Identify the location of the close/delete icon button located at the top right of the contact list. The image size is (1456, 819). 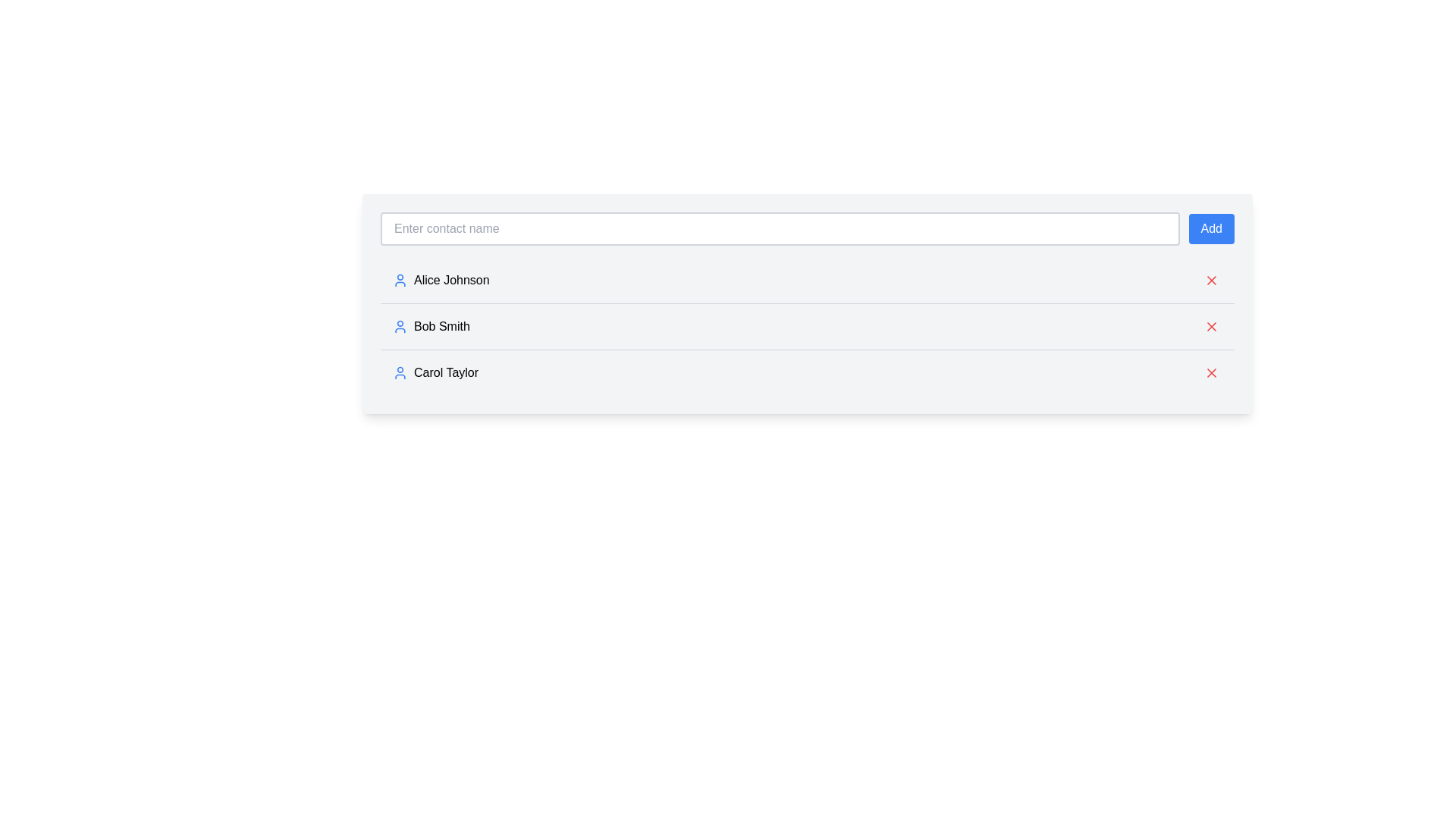
(1211, 281).